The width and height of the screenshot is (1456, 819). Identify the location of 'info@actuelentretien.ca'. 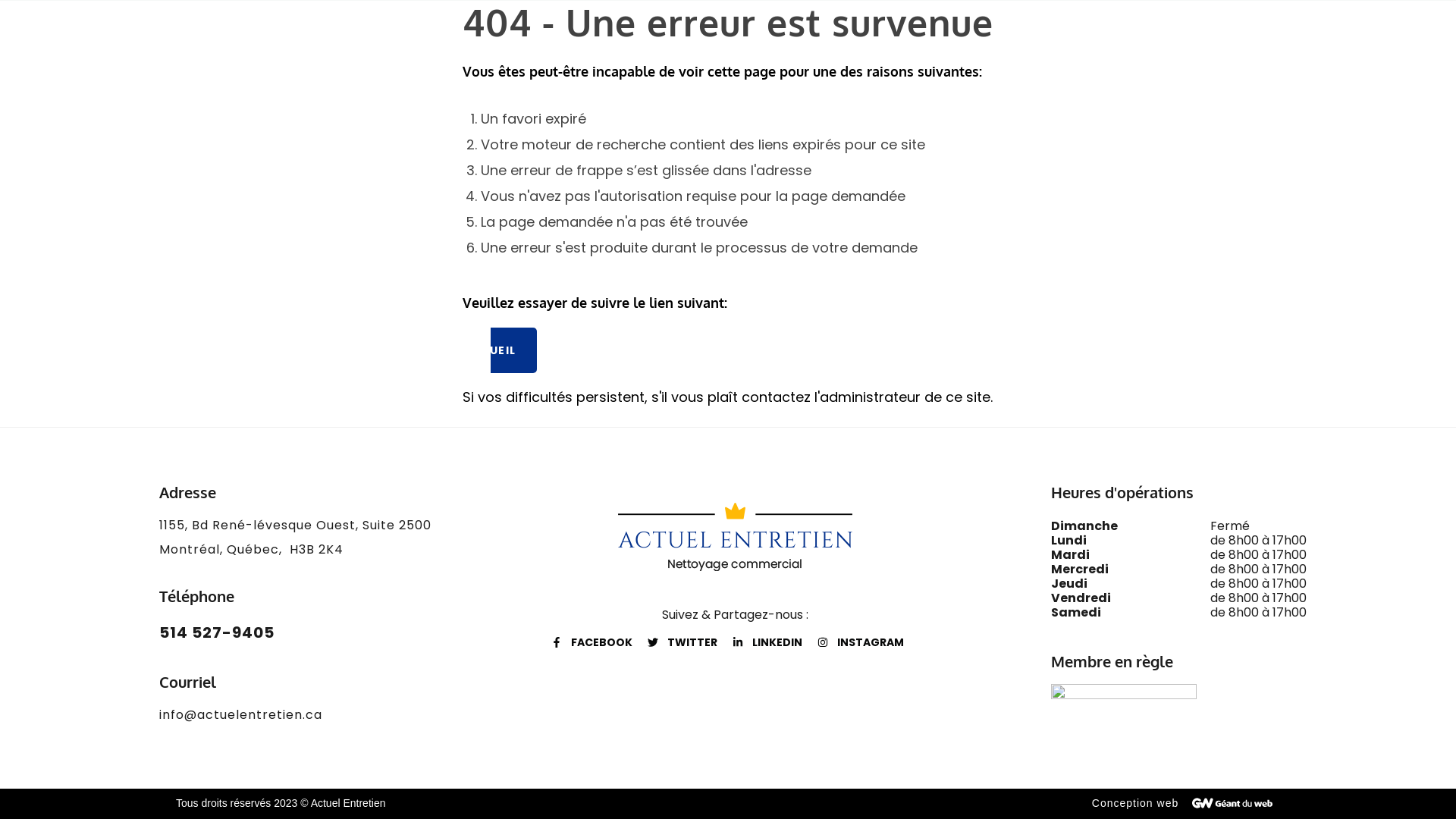
(240, 714).